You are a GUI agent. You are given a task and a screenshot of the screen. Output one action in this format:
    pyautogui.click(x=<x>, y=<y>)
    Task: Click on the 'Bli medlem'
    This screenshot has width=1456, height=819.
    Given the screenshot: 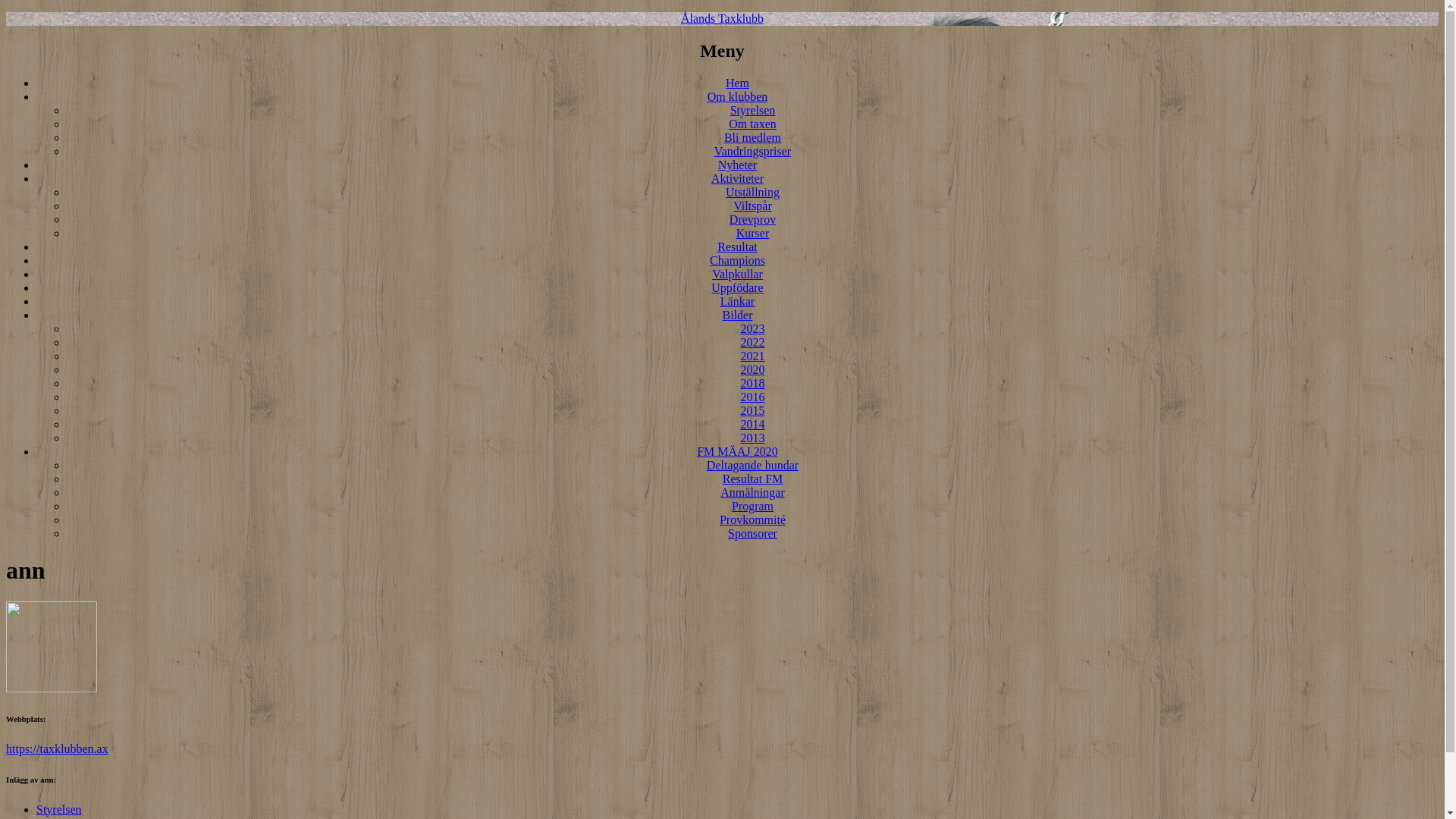 What is the action you would take?
    pyautogui.click(x=752, y=137)
    